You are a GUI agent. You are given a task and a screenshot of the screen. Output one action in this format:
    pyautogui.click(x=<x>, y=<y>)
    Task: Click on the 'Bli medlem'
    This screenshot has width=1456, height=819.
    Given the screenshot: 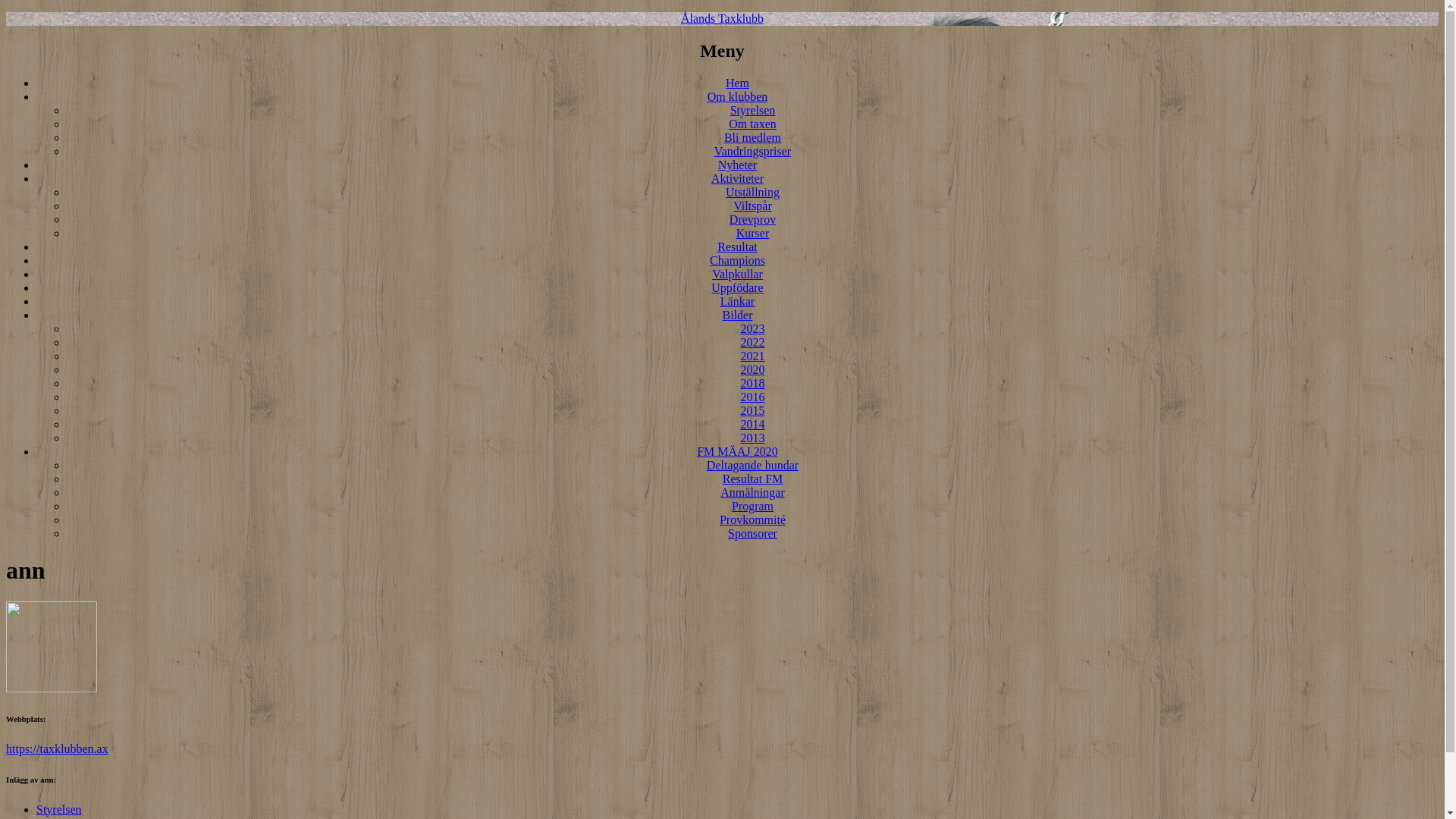 What is the action you would take?
    pyautogui.click(x=752, y=137)
    